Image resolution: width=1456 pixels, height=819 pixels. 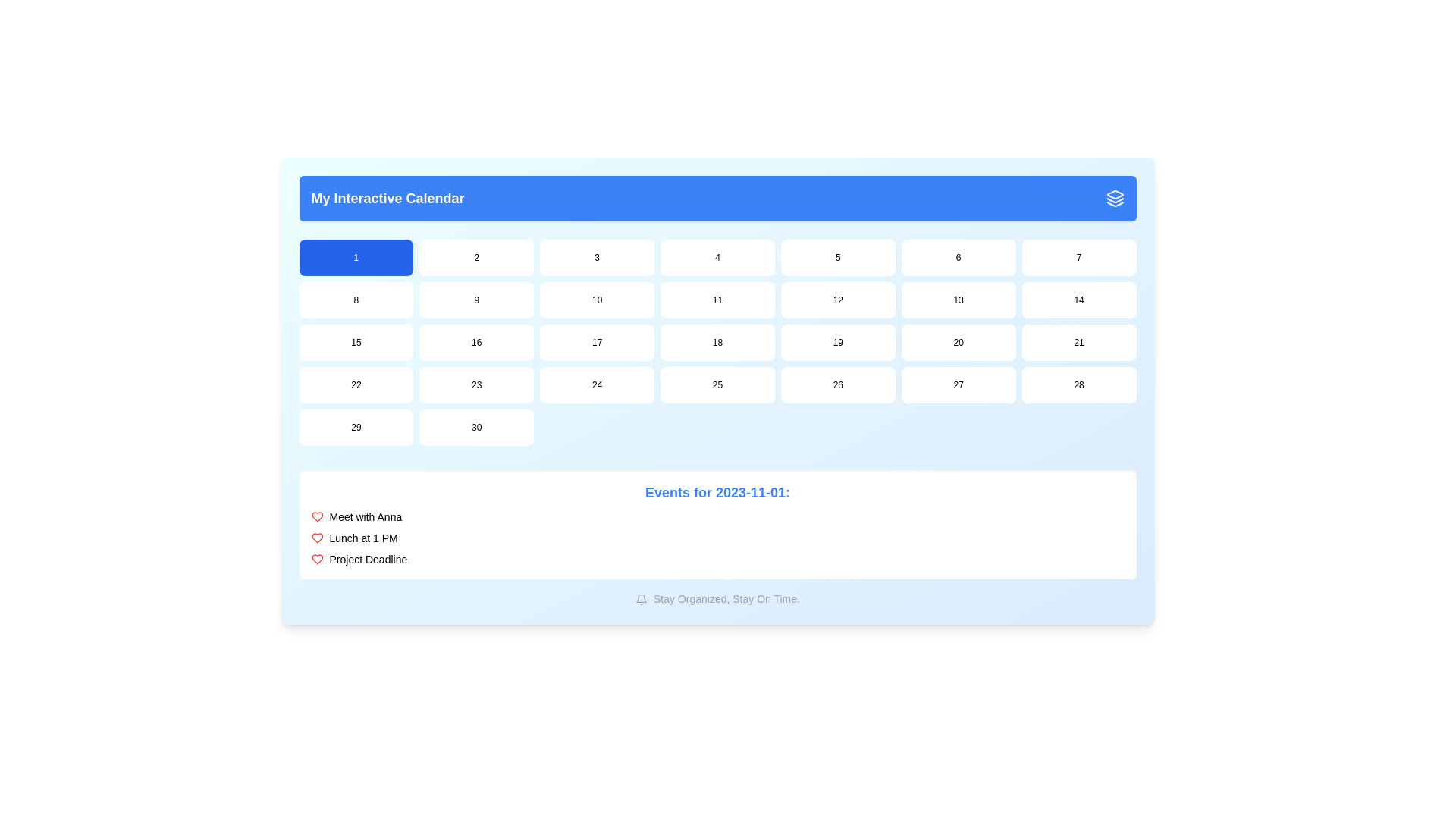 I want to click on the interactive button for selecting the date 27th, so click(x=958, y=384).